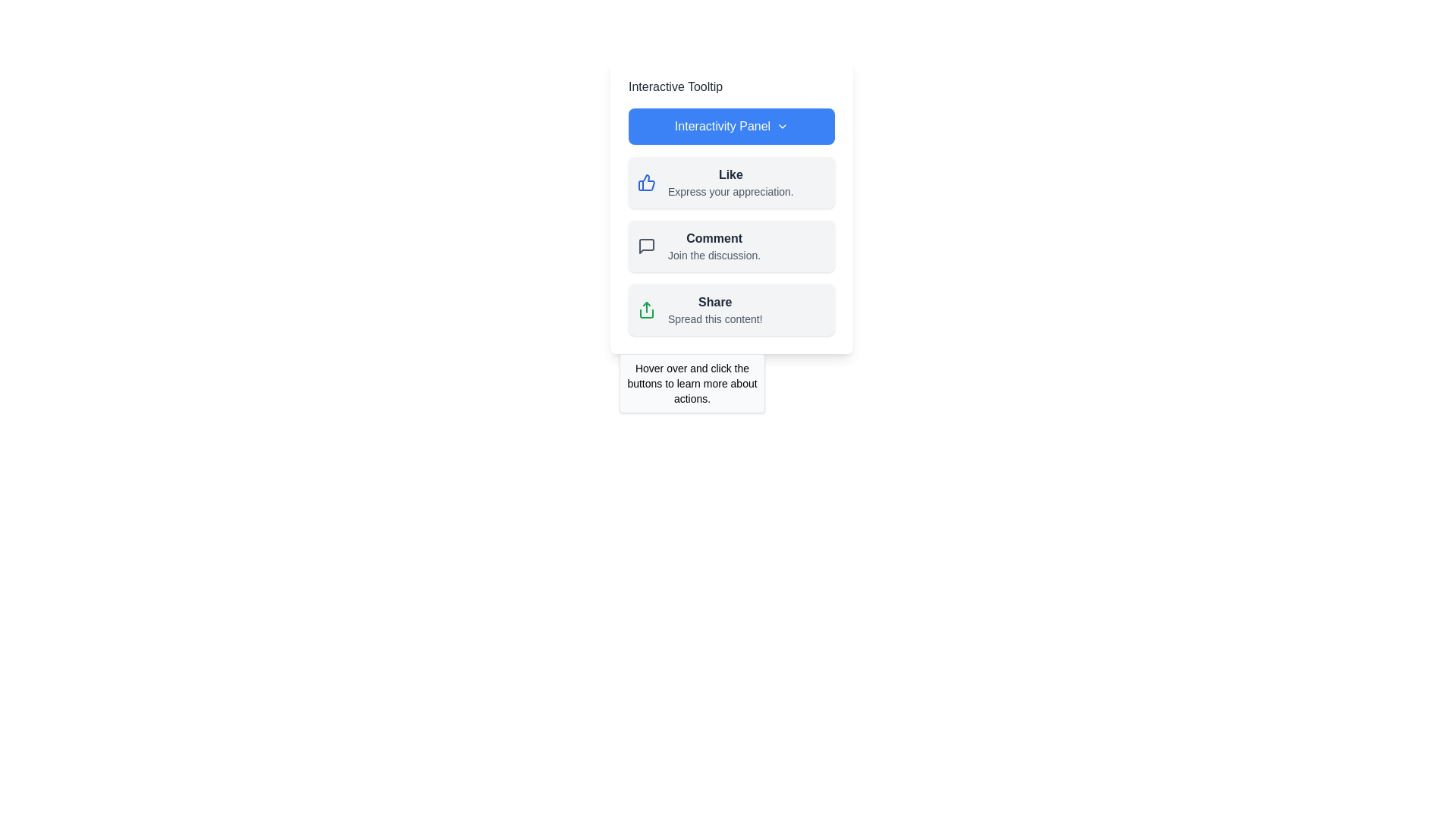 Image resolution: width=1456 pixels, height=819 pixels. Describe the element at coordinates (730, 181) in the screenshot. I see `the first interactive row in the vertically-stacked list of options` at that location.